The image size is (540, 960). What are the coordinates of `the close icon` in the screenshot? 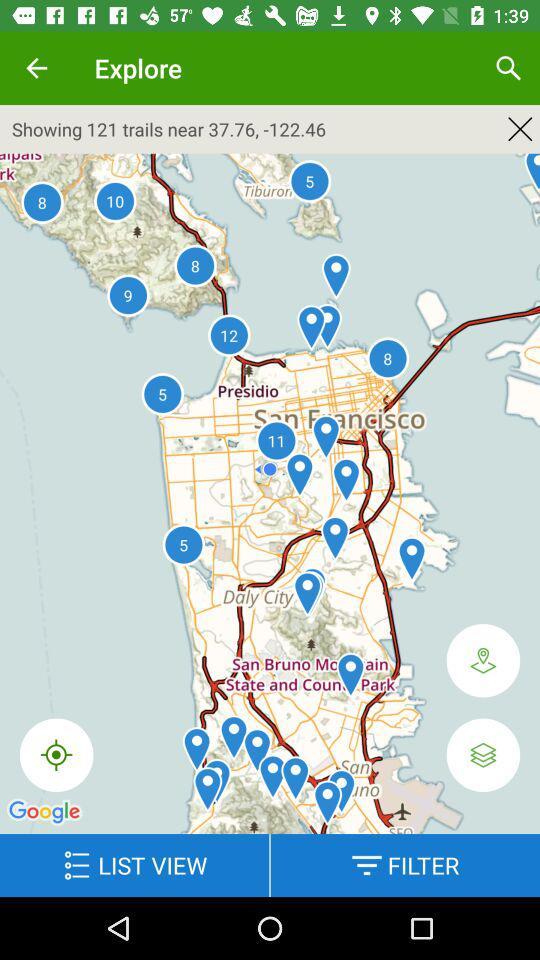 It's located at (520, 128).